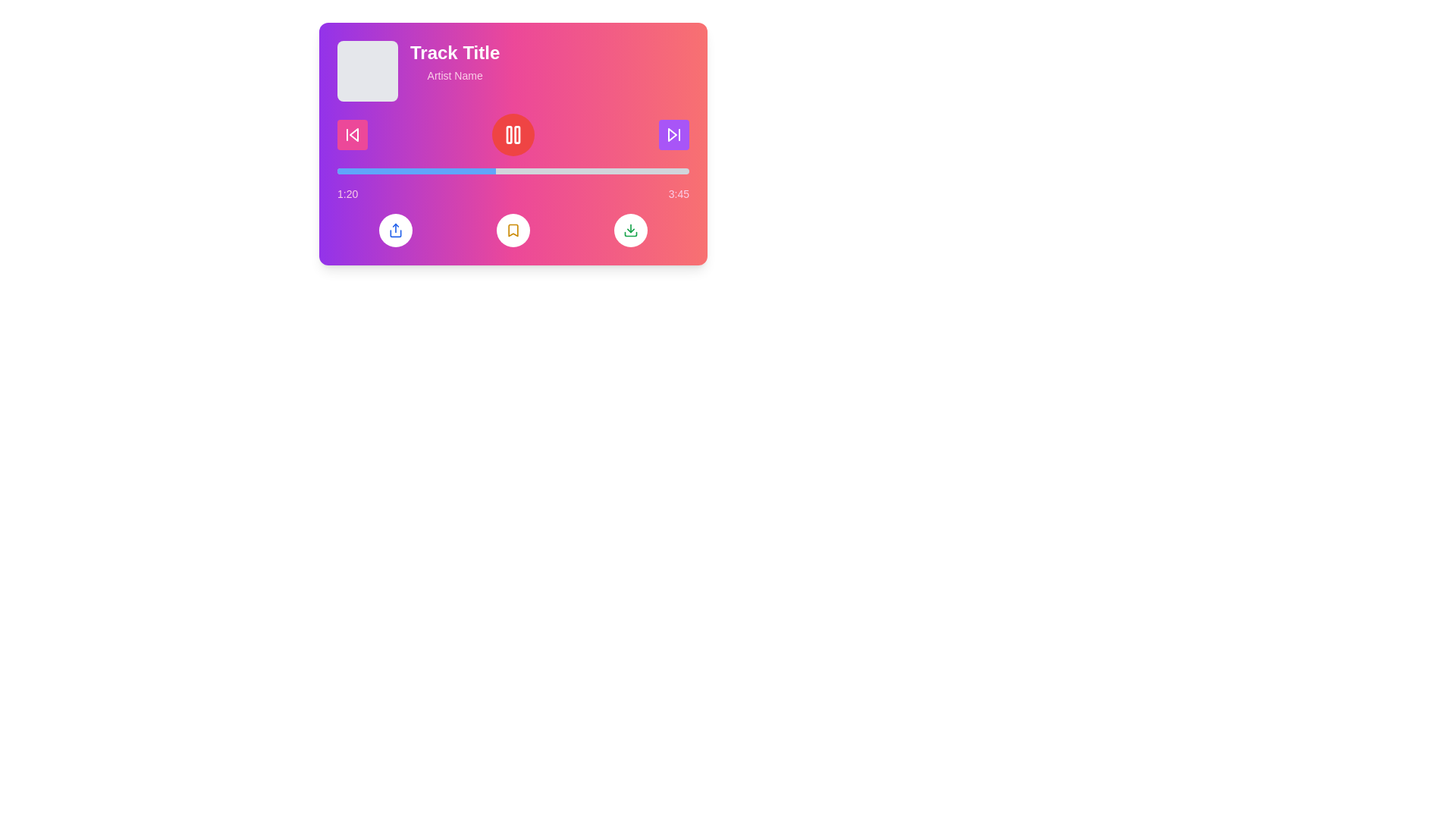  I want to click on playback progress, so click(366, 171).